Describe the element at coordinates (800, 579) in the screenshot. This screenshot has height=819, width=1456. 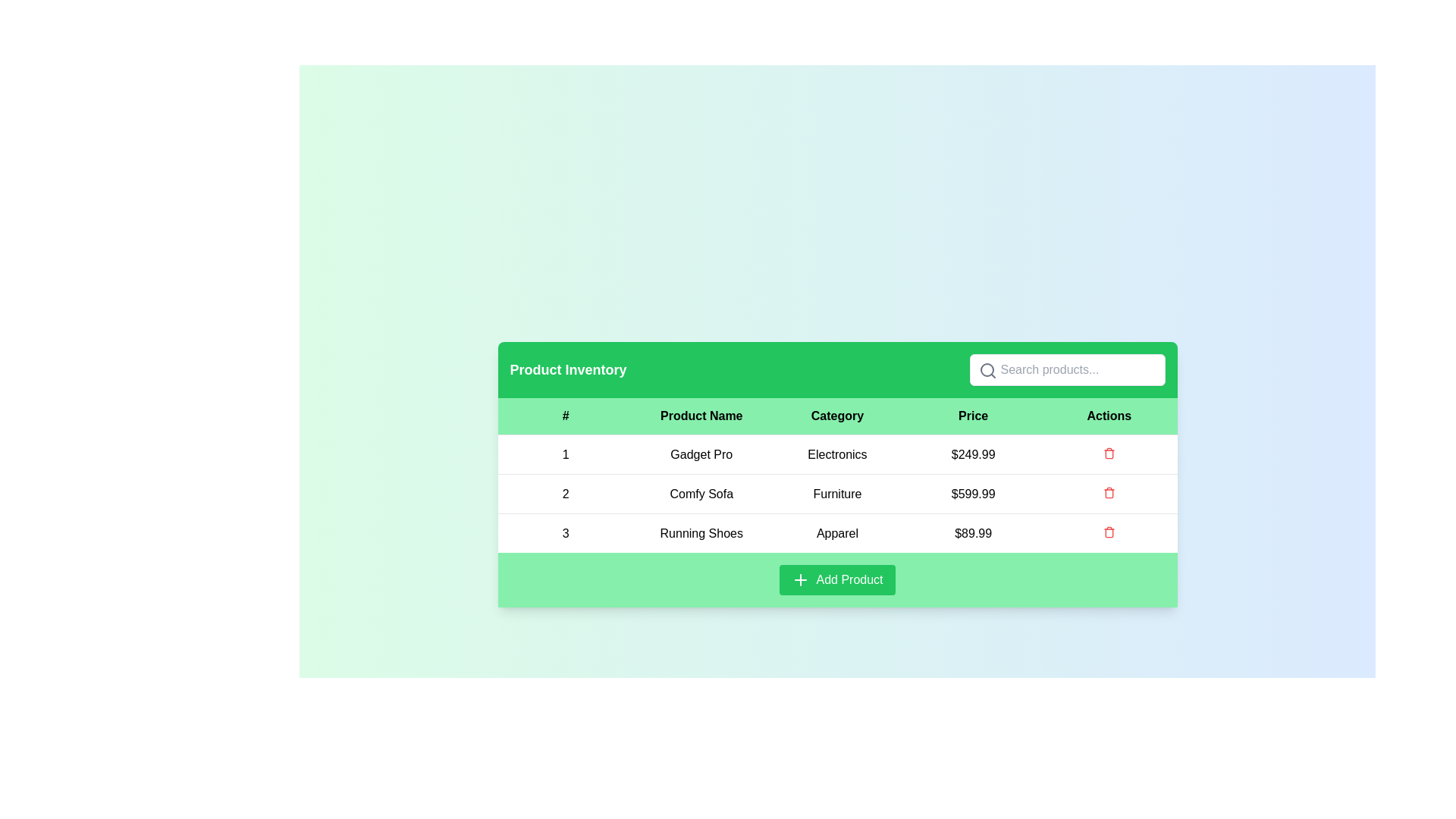
I see `the circular plus icon with a white '+' symbol, which is the leftmost component of the 'Add Product' button located below the product table` at that location.